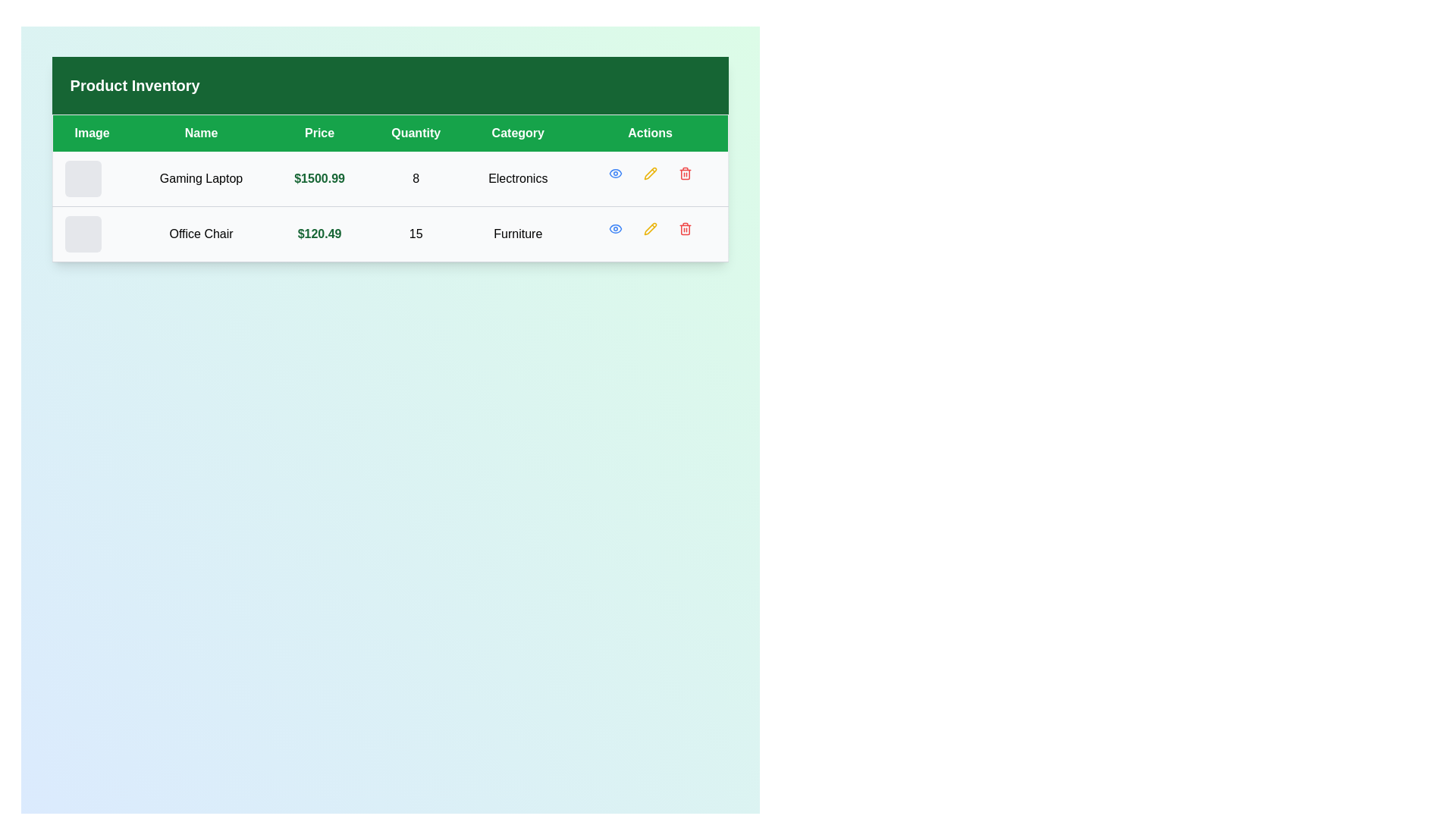 The height and width of the screenshot is (819, 1456). I want to click on the Text Label that indicates the column for images in the table header, located at the top left corner of the table, so click(91, 132).